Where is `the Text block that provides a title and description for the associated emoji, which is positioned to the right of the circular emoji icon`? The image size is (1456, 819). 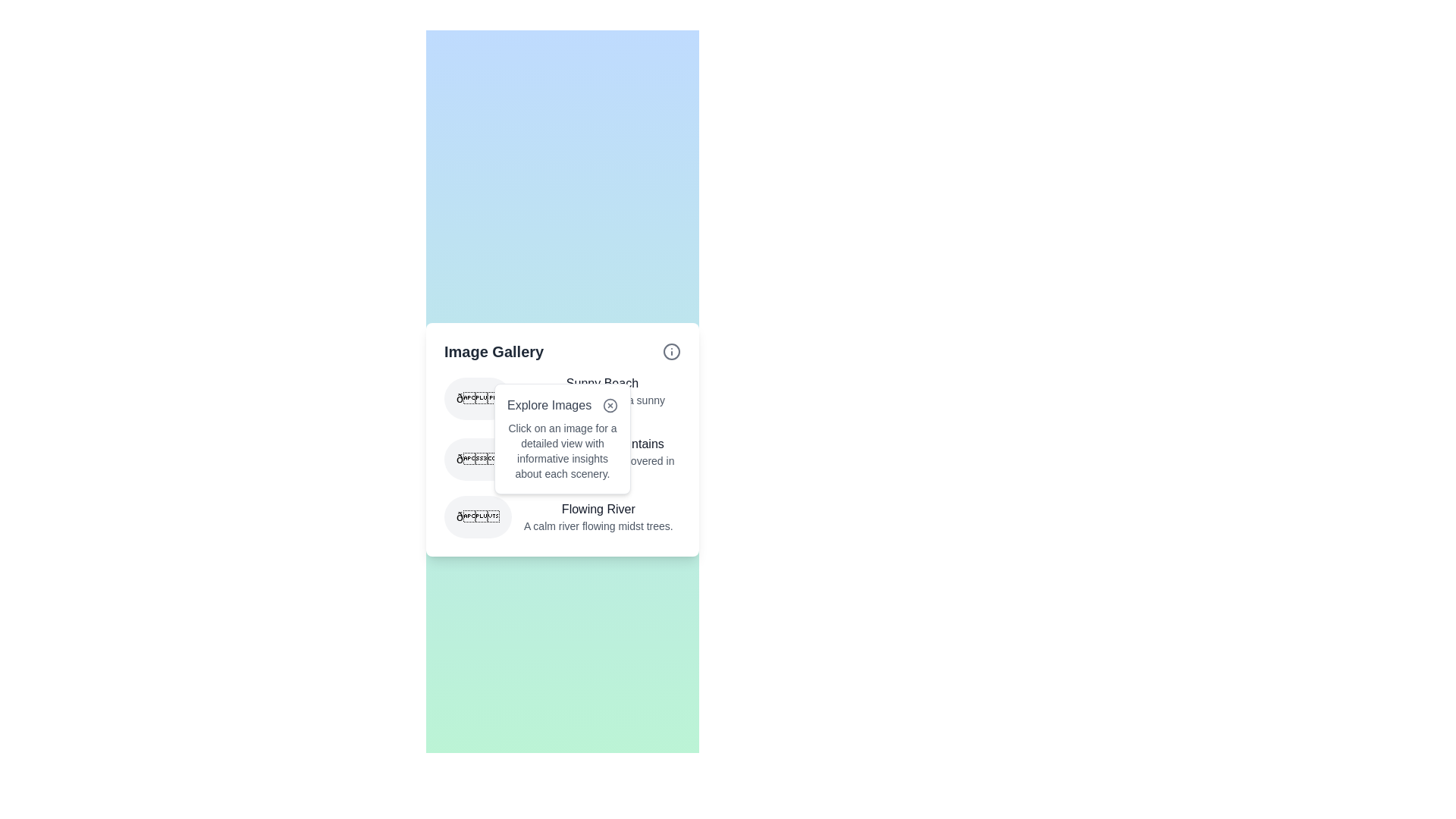
the Text block that provides a title and description for the associated emoji, which is positioned to the right of the circular emoji icon is located at coordinates (601, 397).